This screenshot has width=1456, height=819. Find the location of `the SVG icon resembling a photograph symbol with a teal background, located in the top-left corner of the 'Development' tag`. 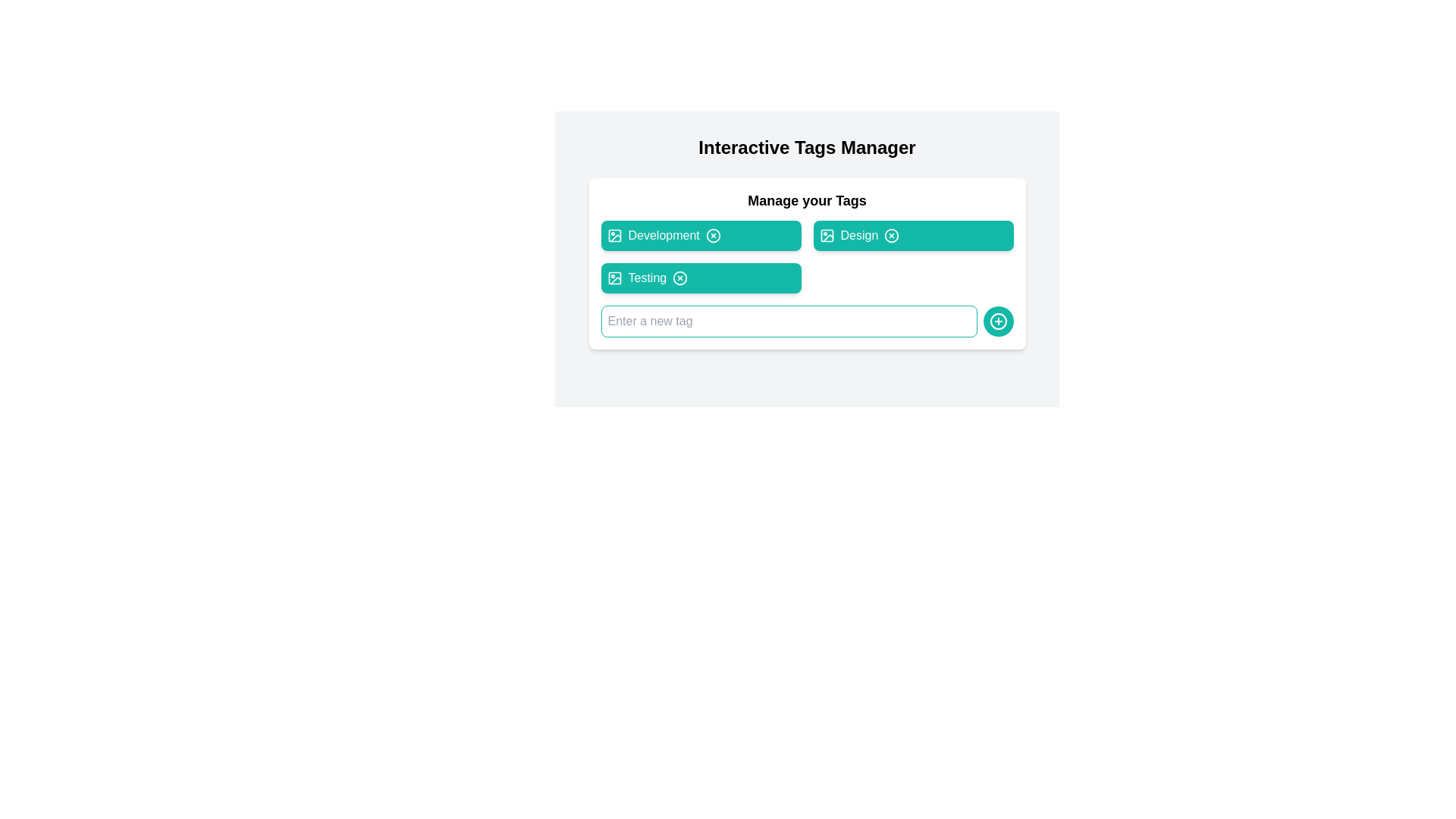

the SVG icon resembling a photograph symbol with a teal background, located in the top-left corner of the 'Development' tag is located at coordinates (614, 236).